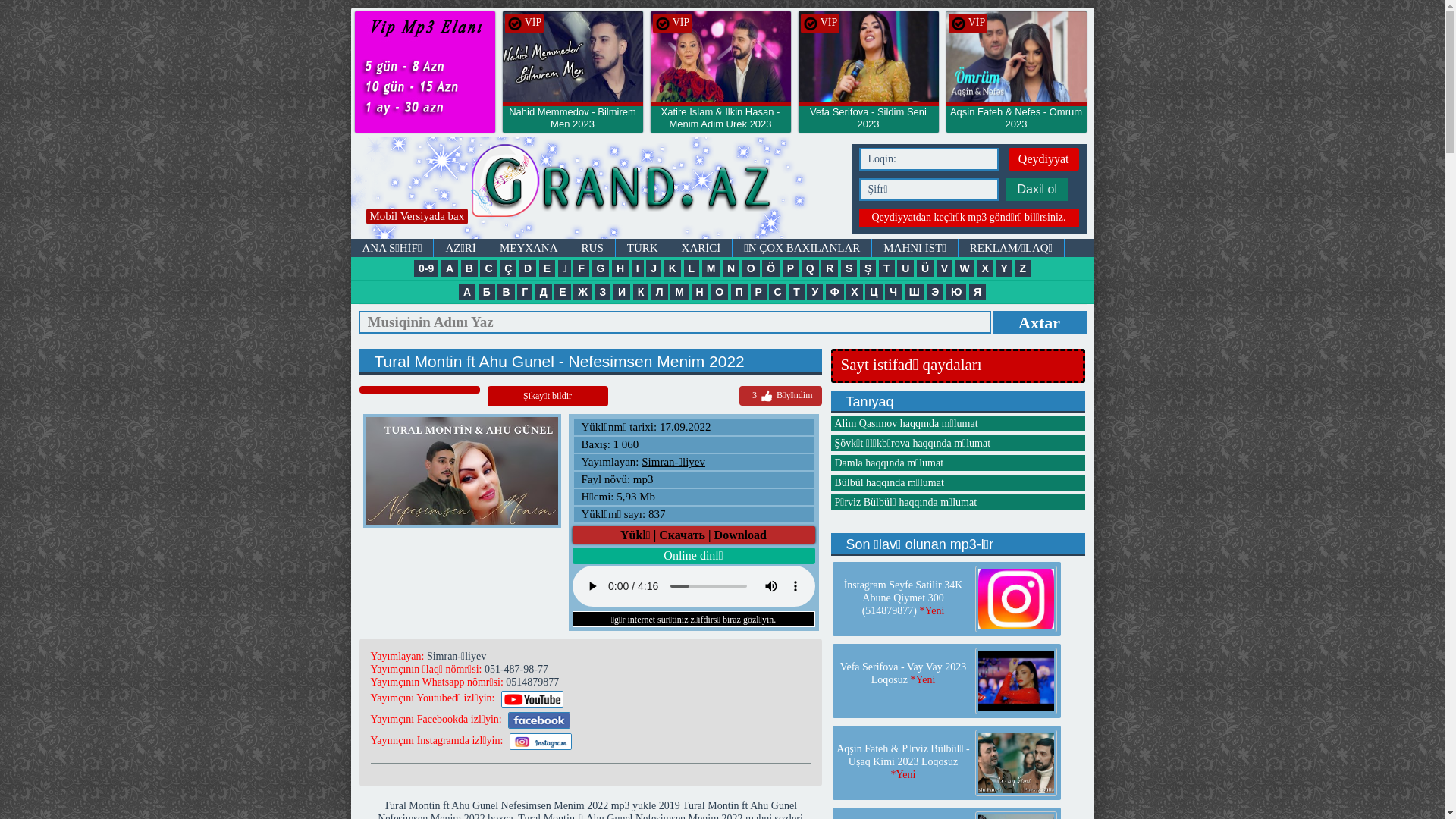 This screenshot has height=819, width=1456. I want to click on 'Y', so click(1003, 268).